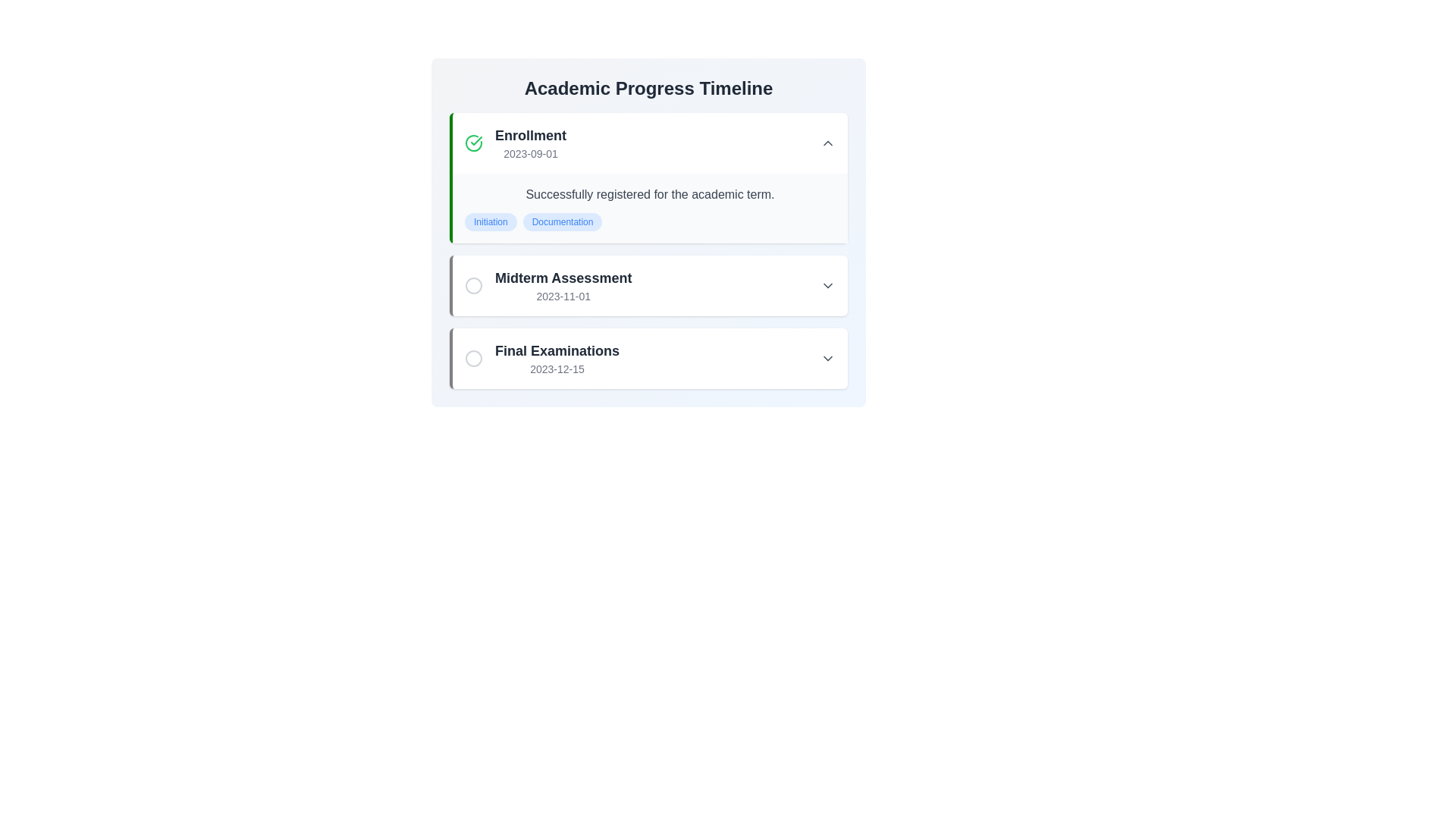 This screenshot has height=819, width=1456. What do you see at coordinates (827, 286) in the screenshot?
I see `the Chevron Down icon located to the far right of the 'Midterm Assessment' section` at bounding box center [827, 286].